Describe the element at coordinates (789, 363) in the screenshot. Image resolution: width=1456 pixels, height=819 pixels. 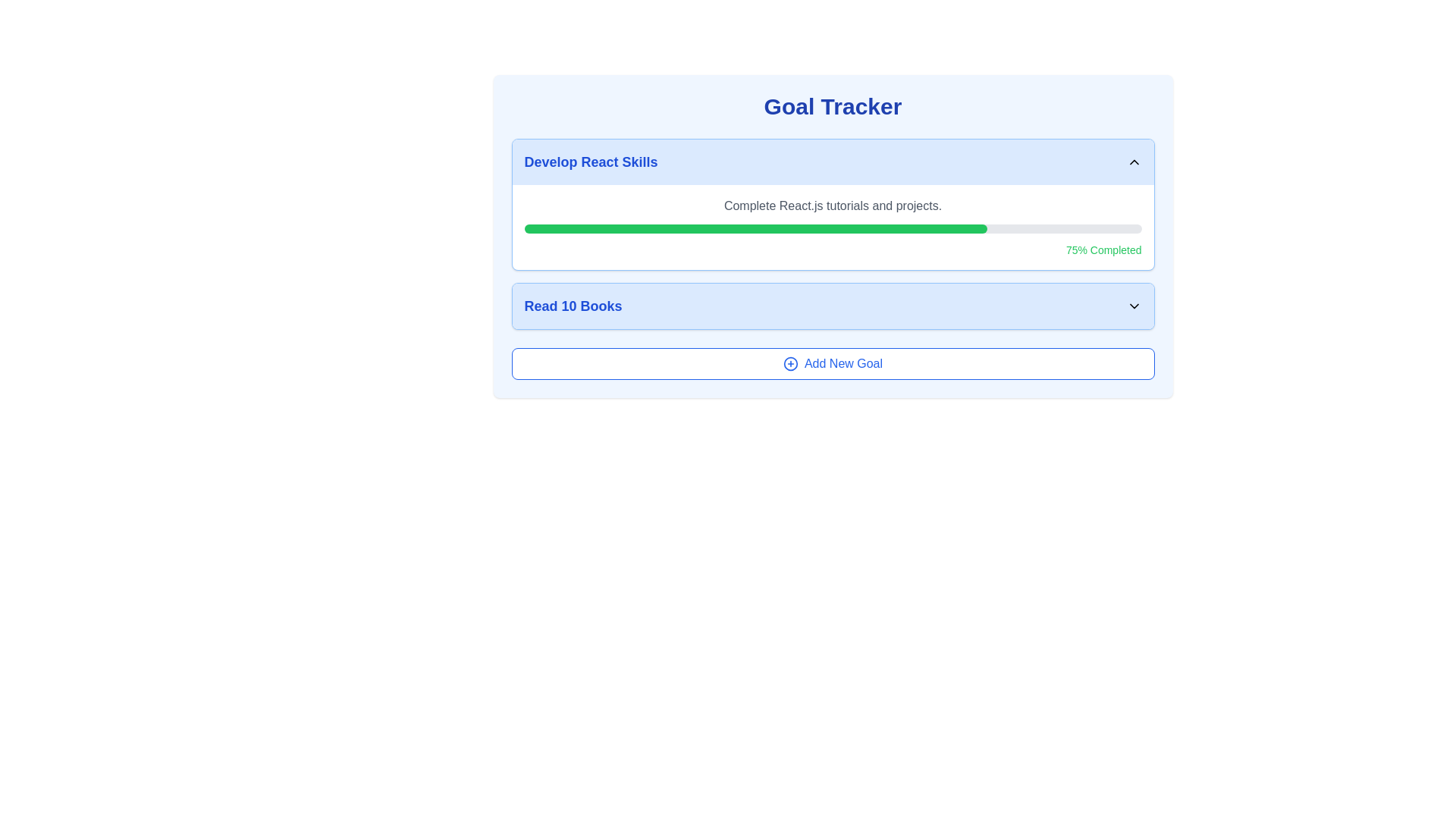
I see `the 'plus in a circle' SVG graphic element located inside the 'Add New Goal' button` at that location.